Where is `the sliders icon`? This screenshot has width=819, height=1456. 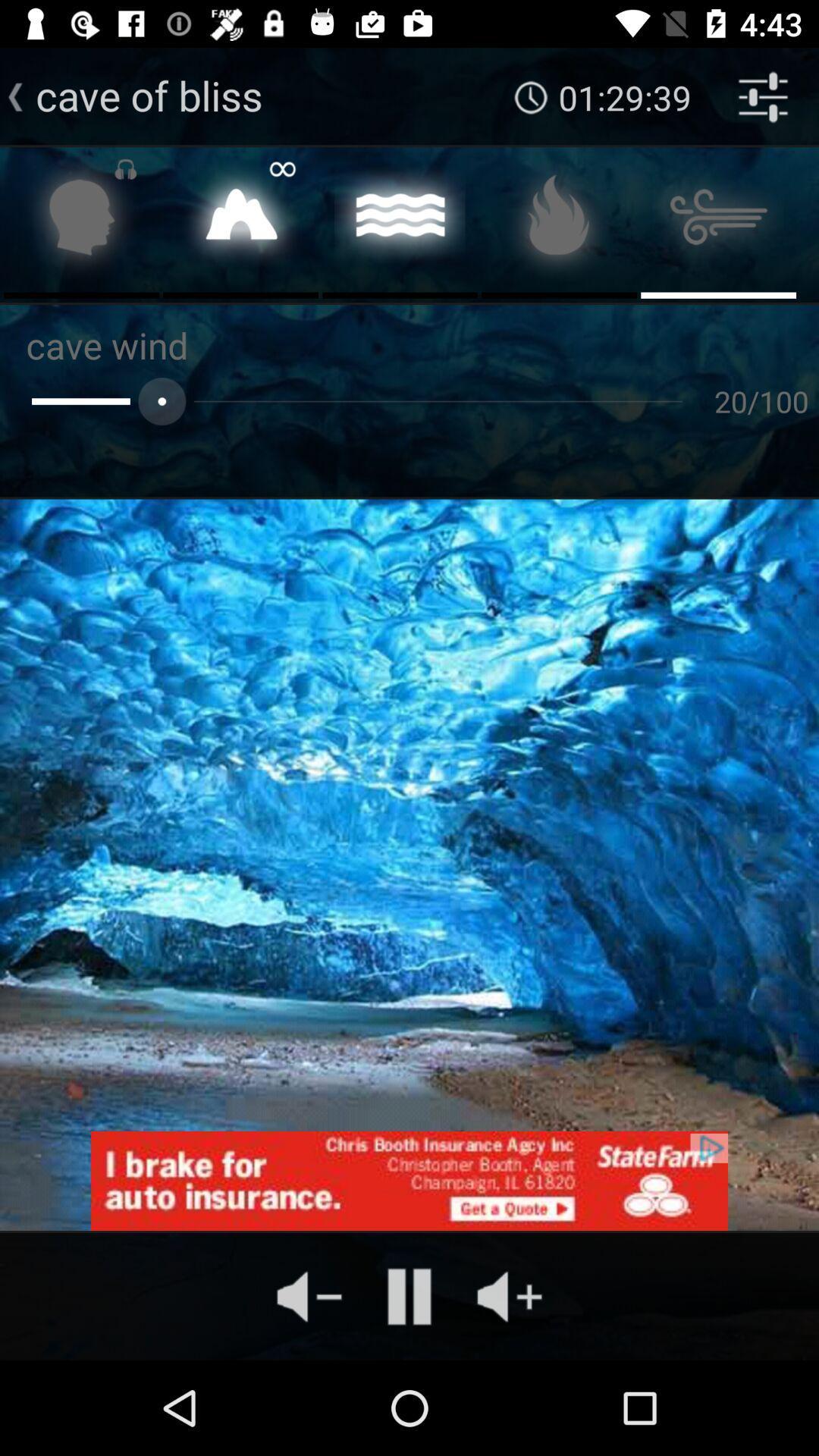
the sliders icon is located at coordinates (763, 96).